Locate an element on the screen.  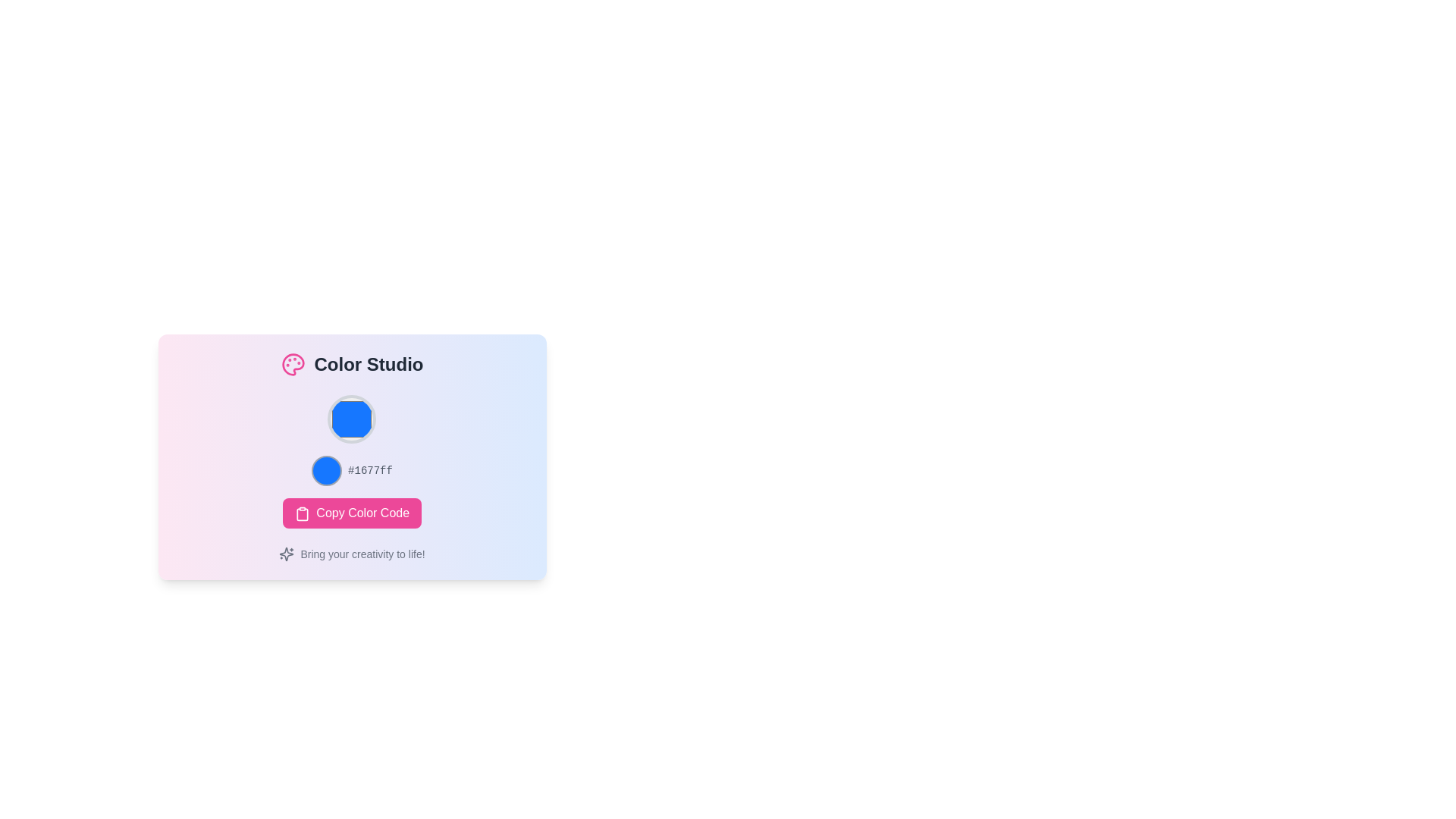
text 'Color Studio' from the header element that consists of a pink paint palette icon and a bold dark gray title, located at the top of the card-like component is located at coordinates (351, 365).